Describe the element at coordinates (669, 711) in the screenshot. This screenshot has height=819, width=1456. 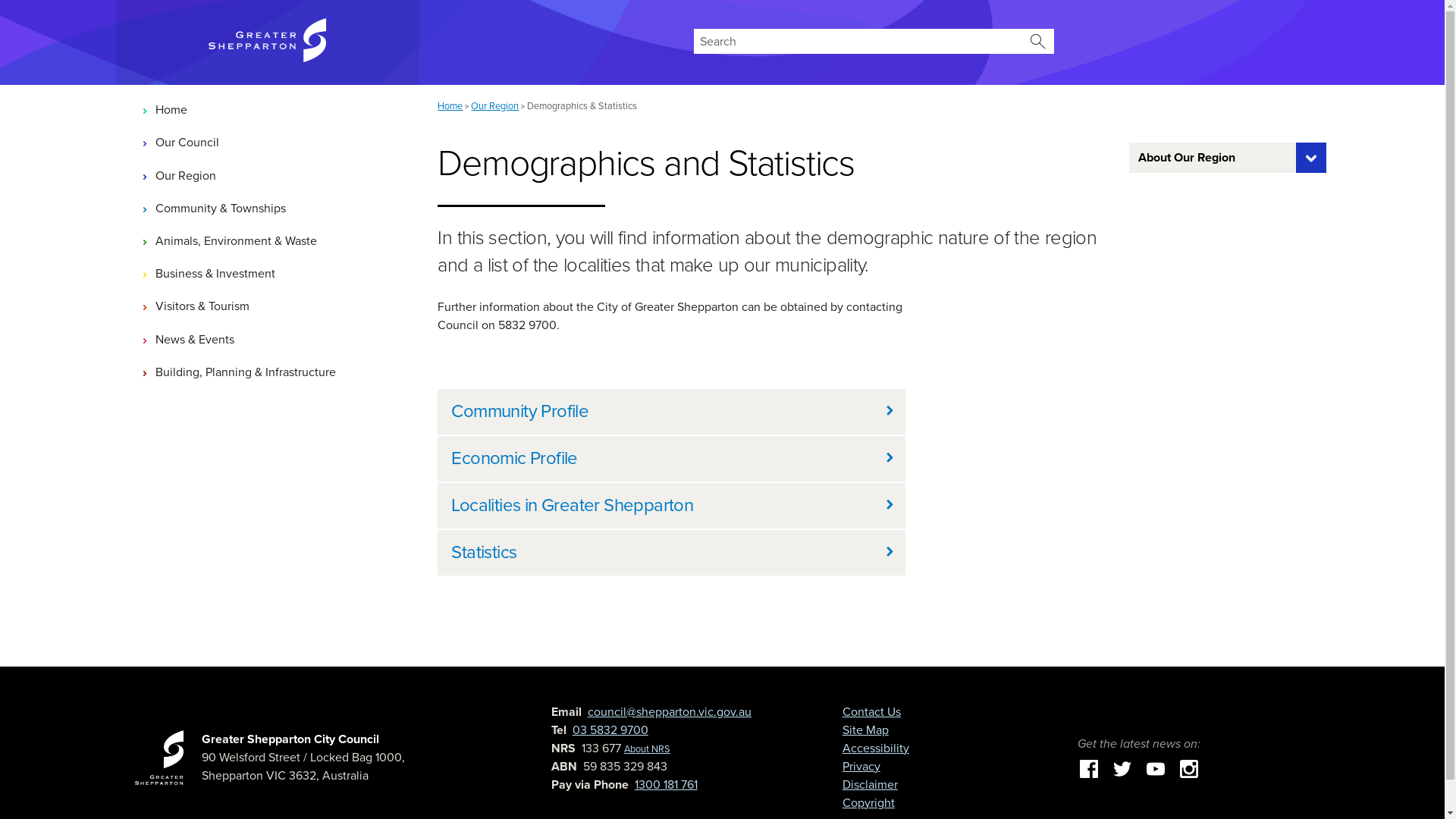
I see `'council@shepparton.vic.gov.au'` at that location.